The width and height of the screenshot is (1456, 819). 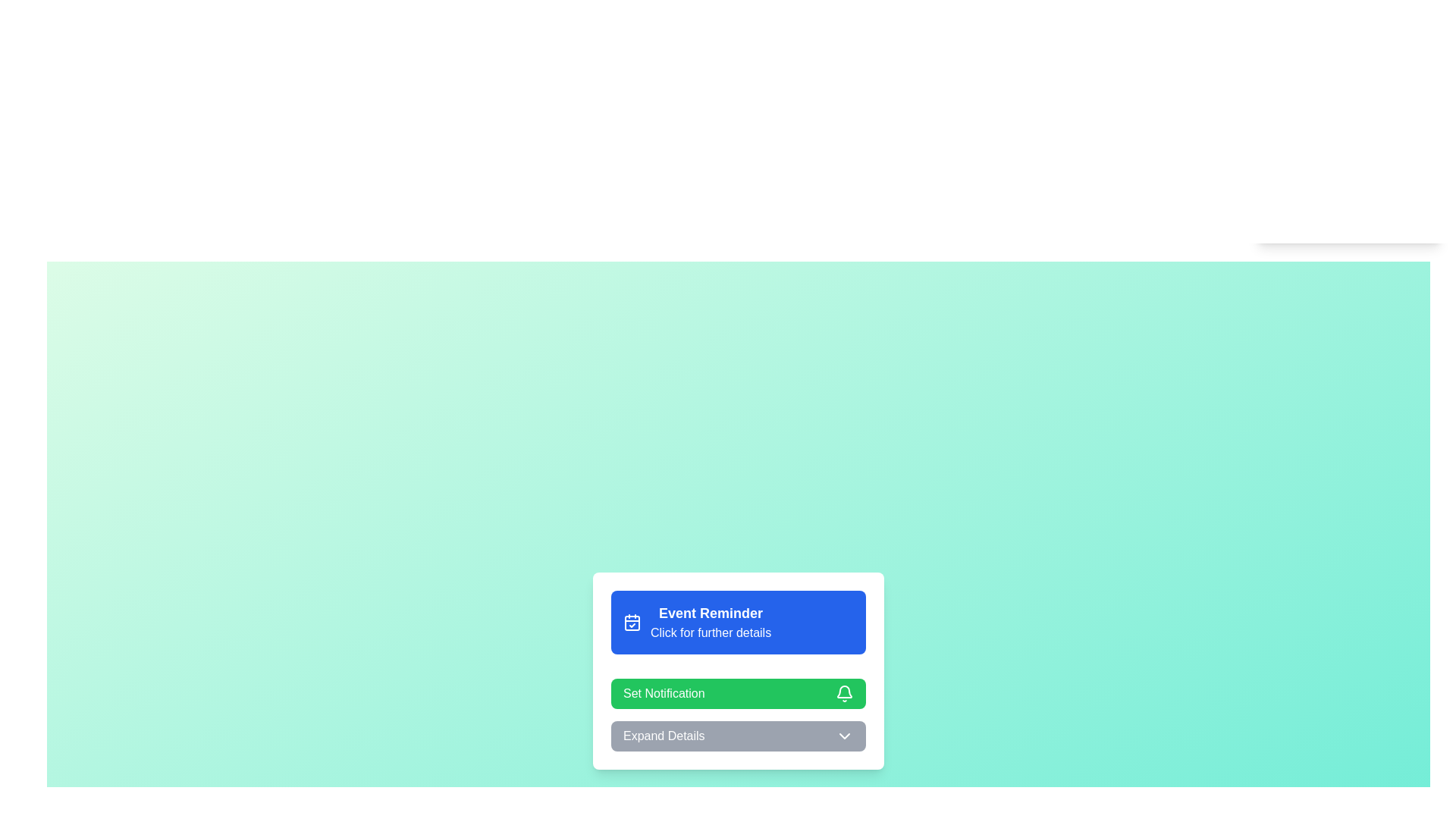 I want to click on Text label indicating an expandable section located on the left side of the horizontal group at the bottom of the vertically stacked panel, so click(x=664, y=736).